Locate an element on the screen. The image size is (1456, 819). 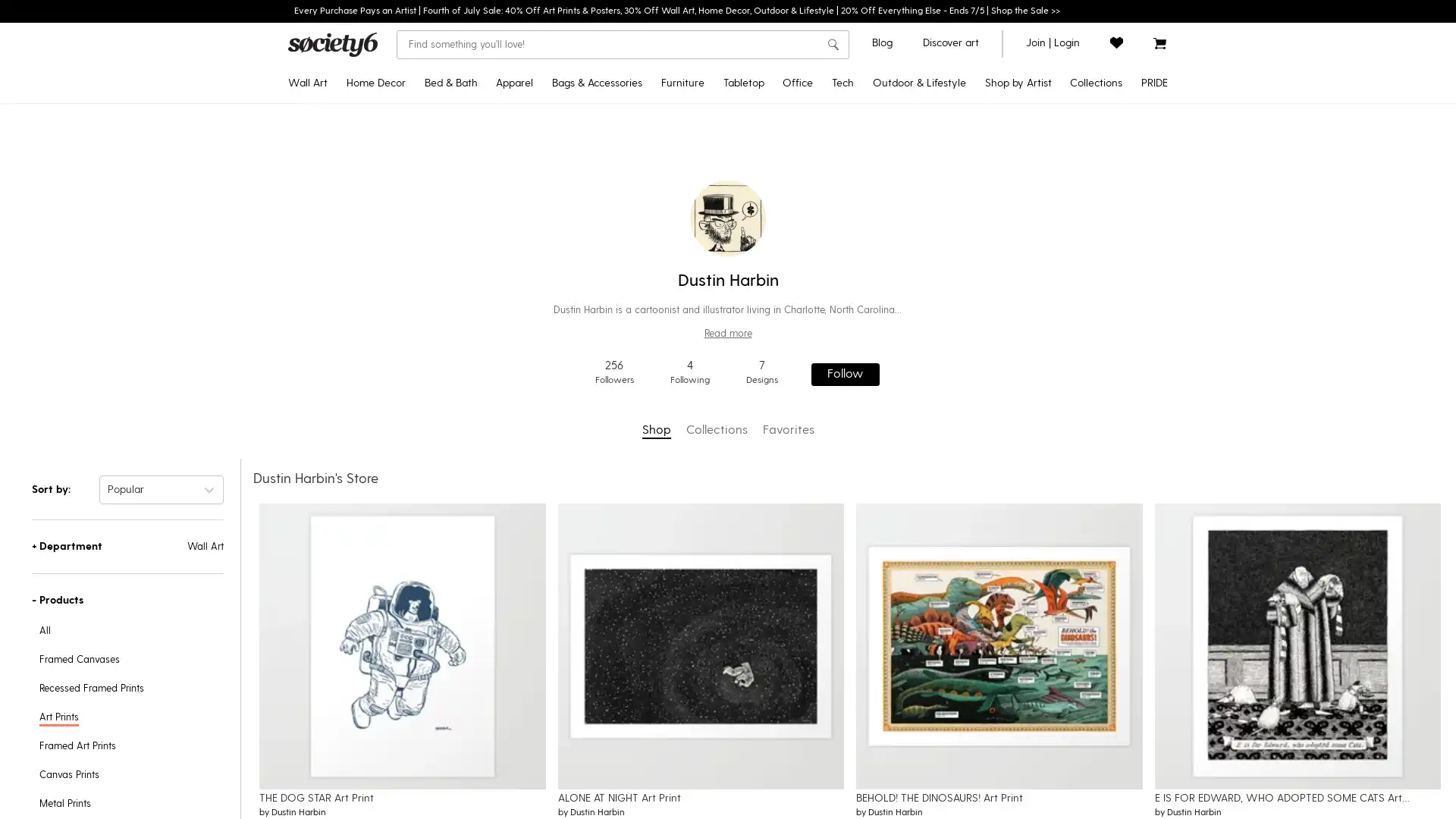
Wall Hangings is located at coordinates (356, 341).